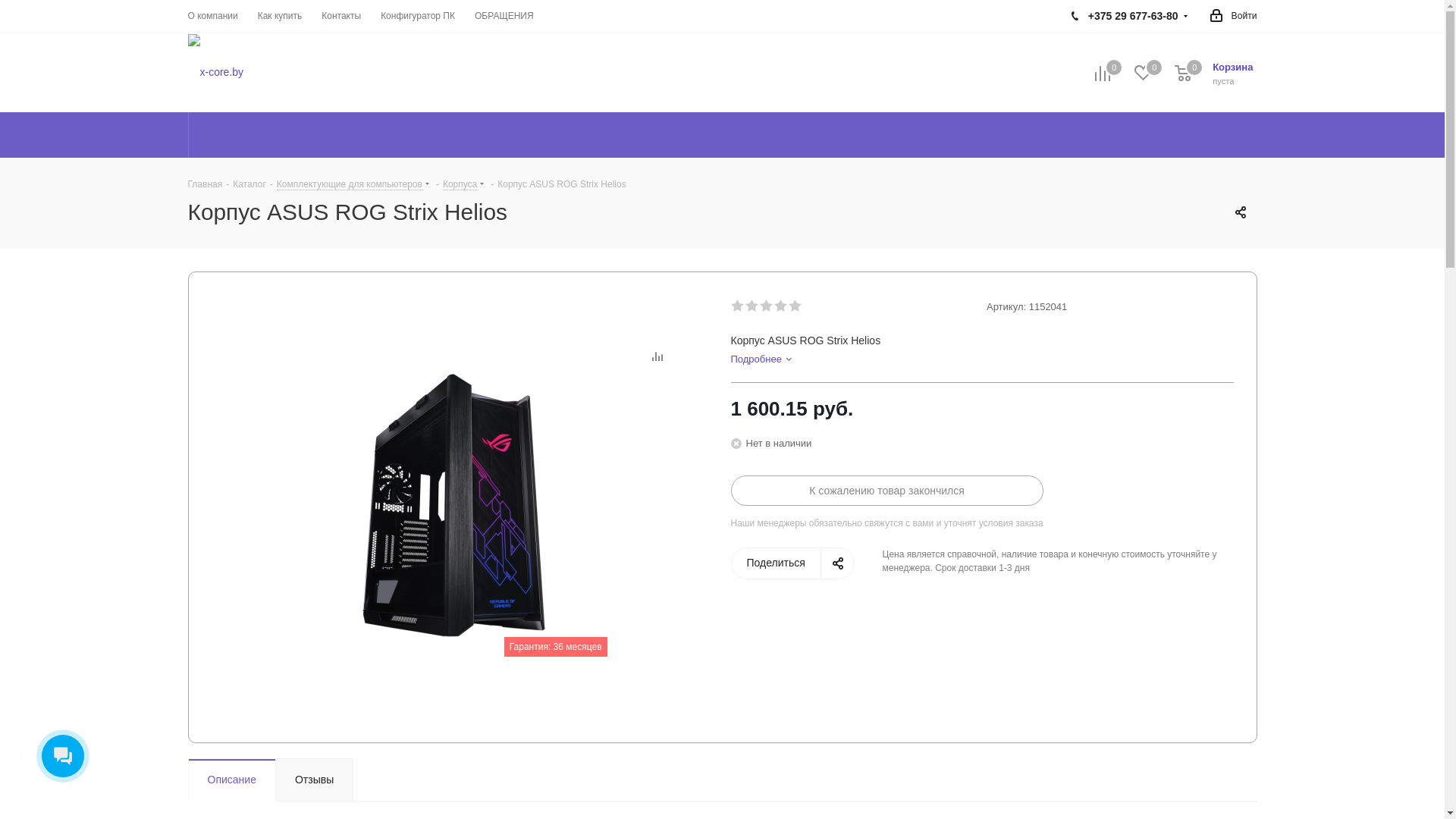 This screenshot has width=1456, height=819. Describe the element at coordinates (752, 306) in the screenshot. I see `'2'` at that location.